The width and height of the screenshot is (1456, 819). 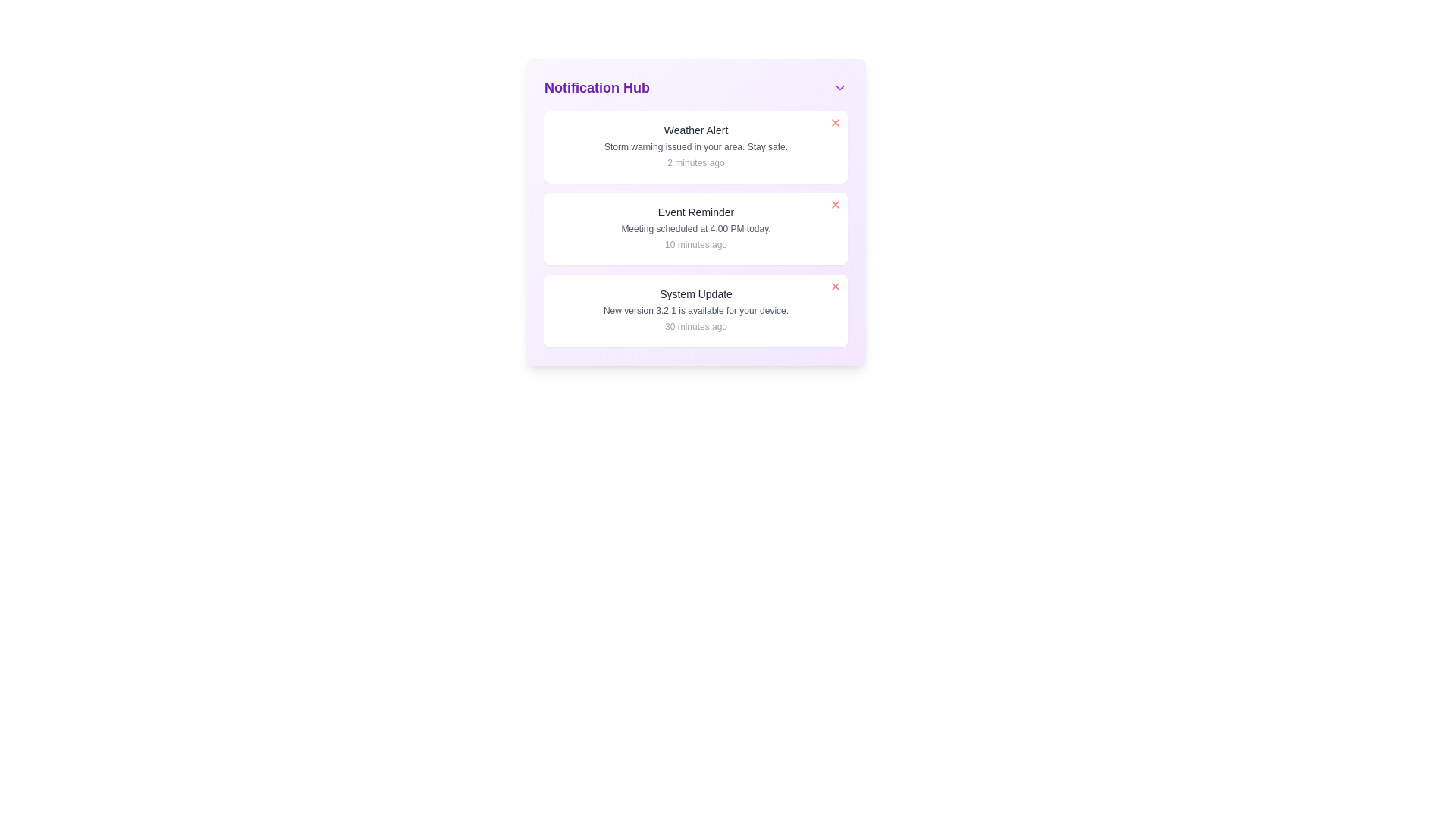 What do you see at coordinates (695, 130) in the screenshot?
I see `the 'Weather Alert' text label, which is styled in medium-sized dark gray font within a white notification box in the 'Notification Hub' section` at bounding box center [695, 130].